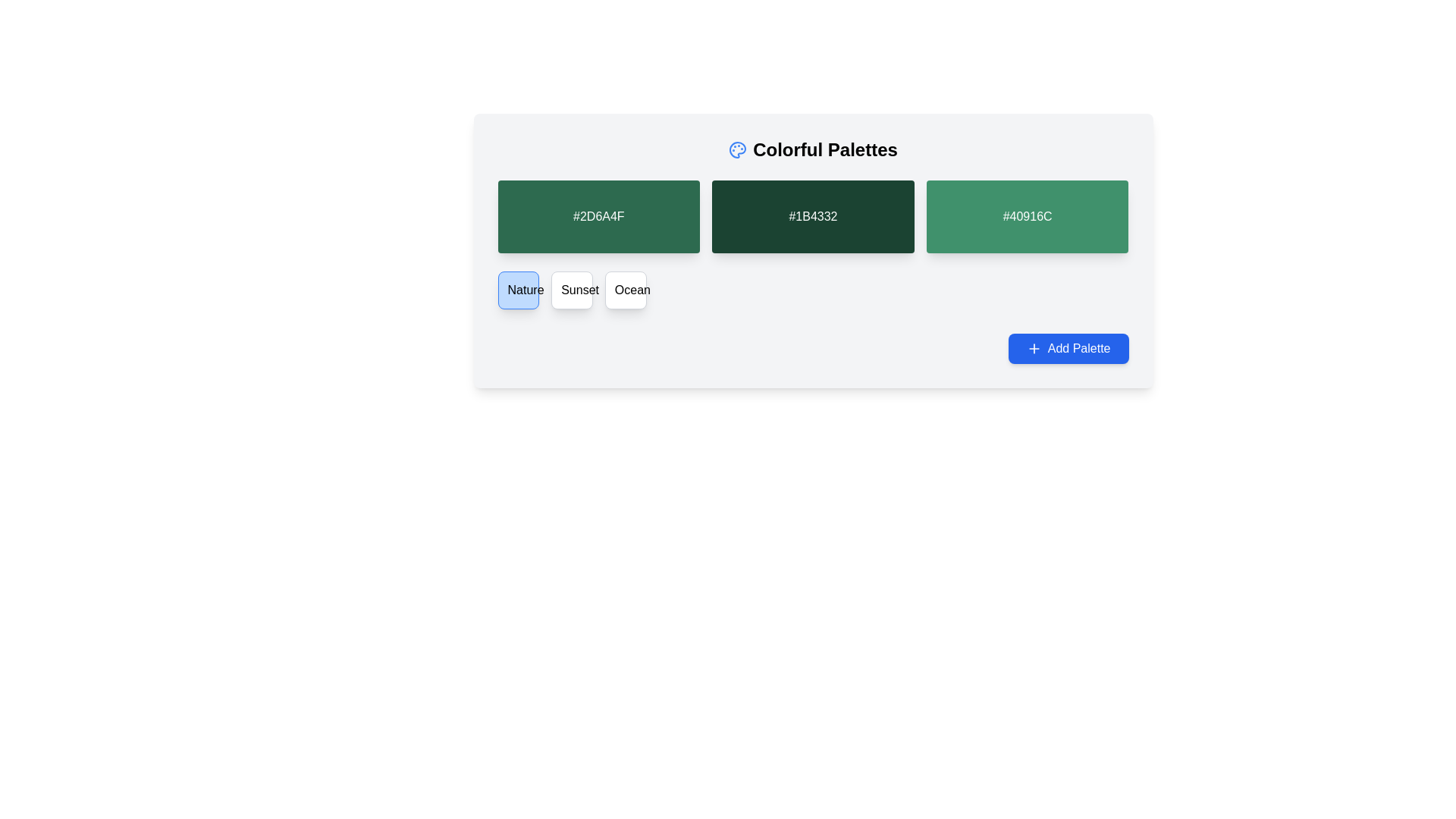 The height and width of the screenshot is (819, 1456). I want to click on the rectangular button labeled 'Ocean' with a white background and gray border to observe interactive effects like scaling, so click(626, 290).